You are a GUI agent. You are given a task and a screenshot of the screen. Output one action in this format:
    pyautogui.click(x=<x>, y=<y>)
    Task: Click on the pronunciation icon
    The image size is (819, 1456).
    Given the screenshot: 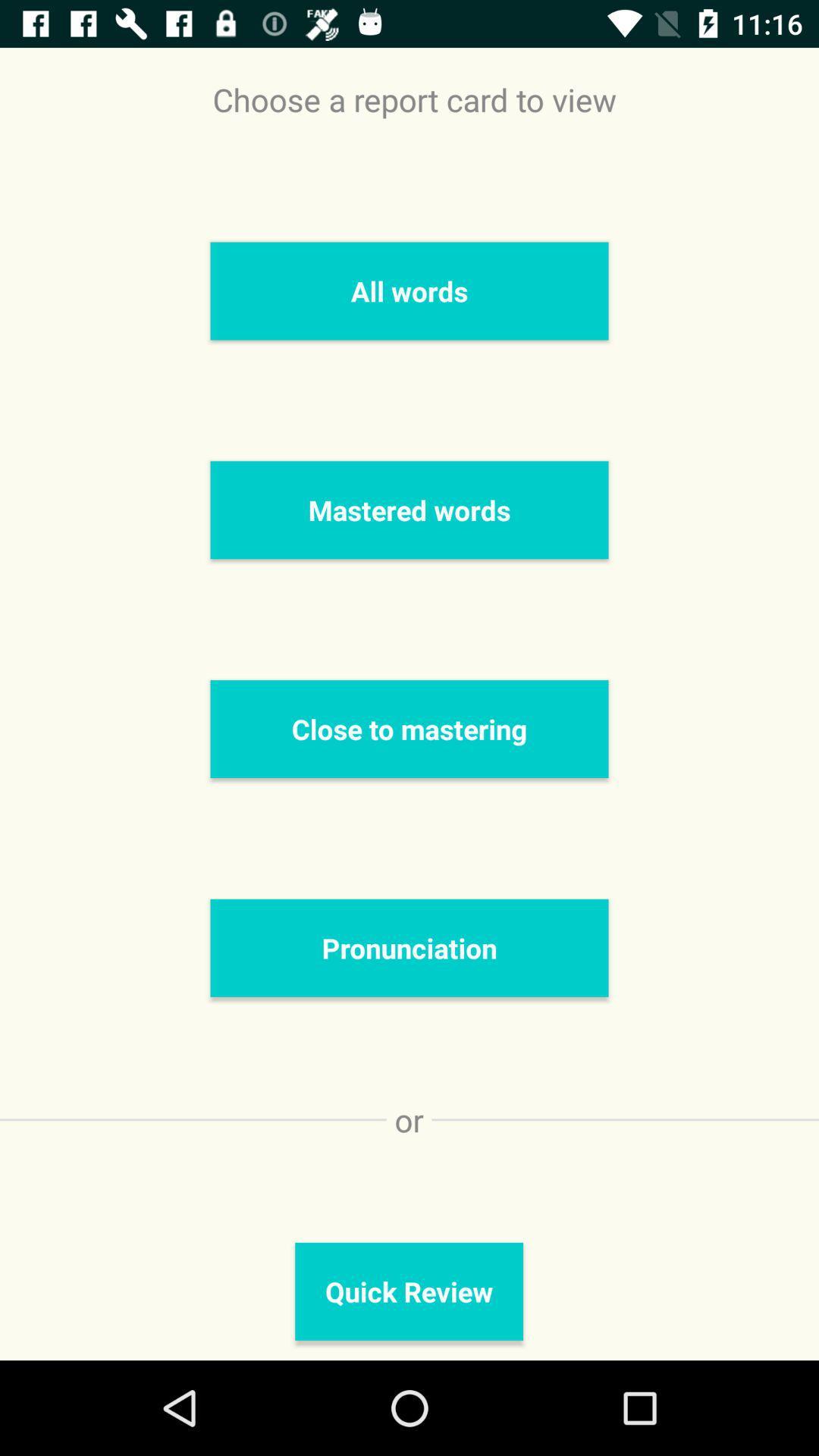 What is the action you would take?
    pyautogui.click(x=409, y=947)
    